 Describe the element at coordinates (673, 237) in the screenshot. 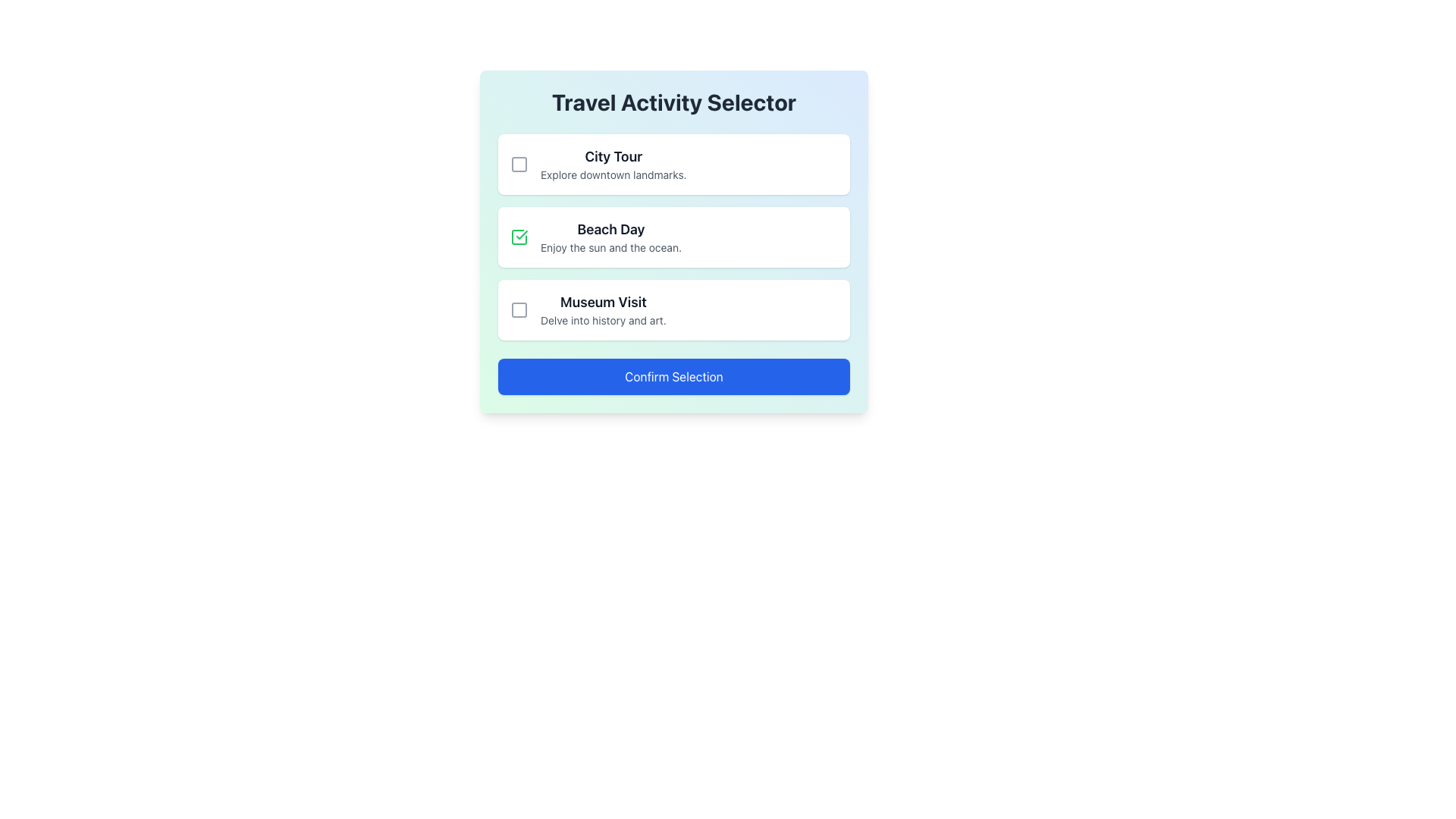

I see `the 'Beach Day' checkbox on the second card in the Travel Activity Selector section` at that location.